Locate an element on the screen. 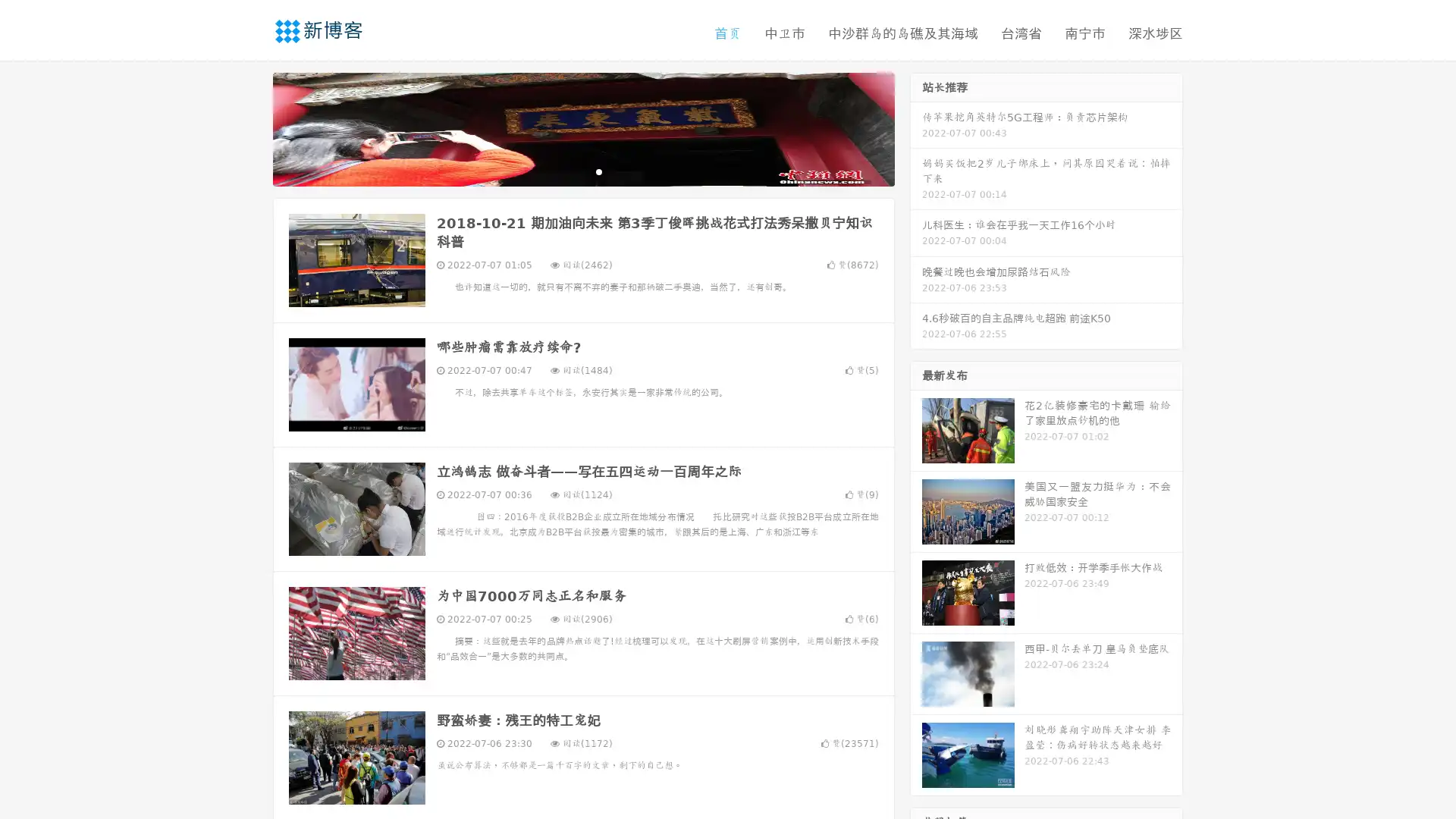 This screenshot has height=819, width=1456. Go to slide 3 is located at coordinates (598, 171).